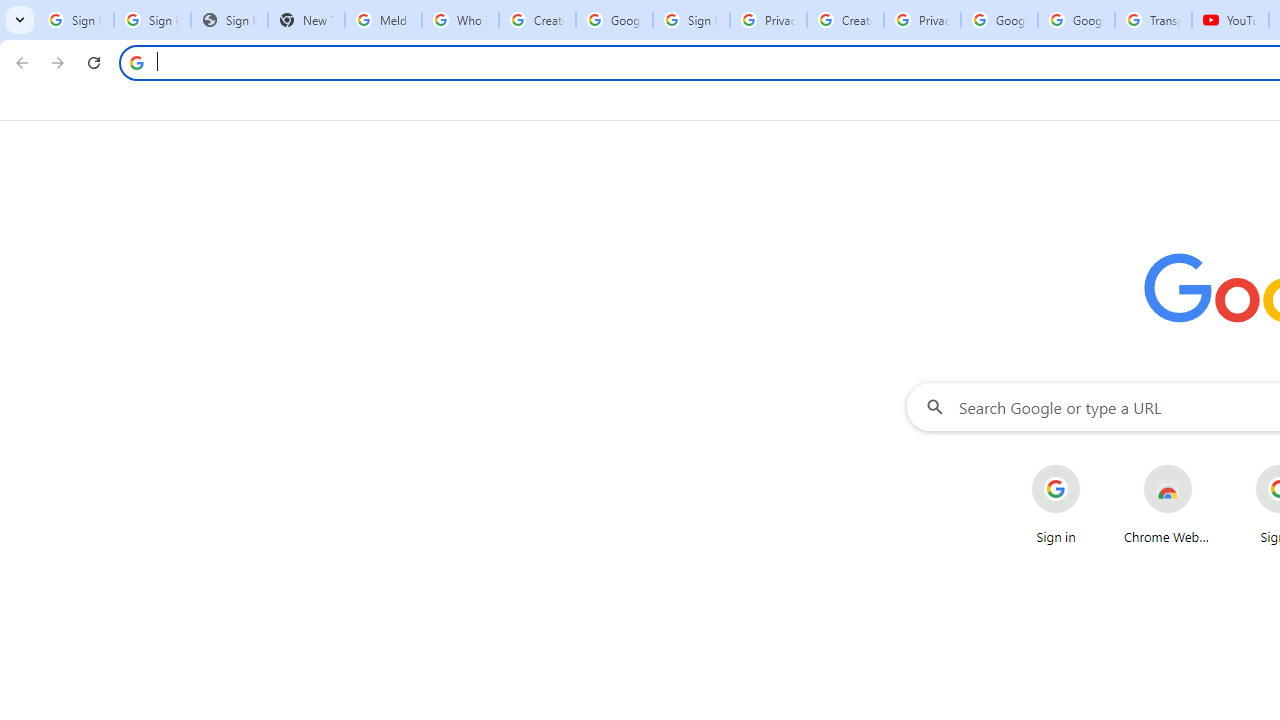 This screenshot has height=720, width=1280. Describe the element at coordinates (1207, 466) in the screenshot. I see `'More actions for Chrome Web Store shortcut'` at that location.